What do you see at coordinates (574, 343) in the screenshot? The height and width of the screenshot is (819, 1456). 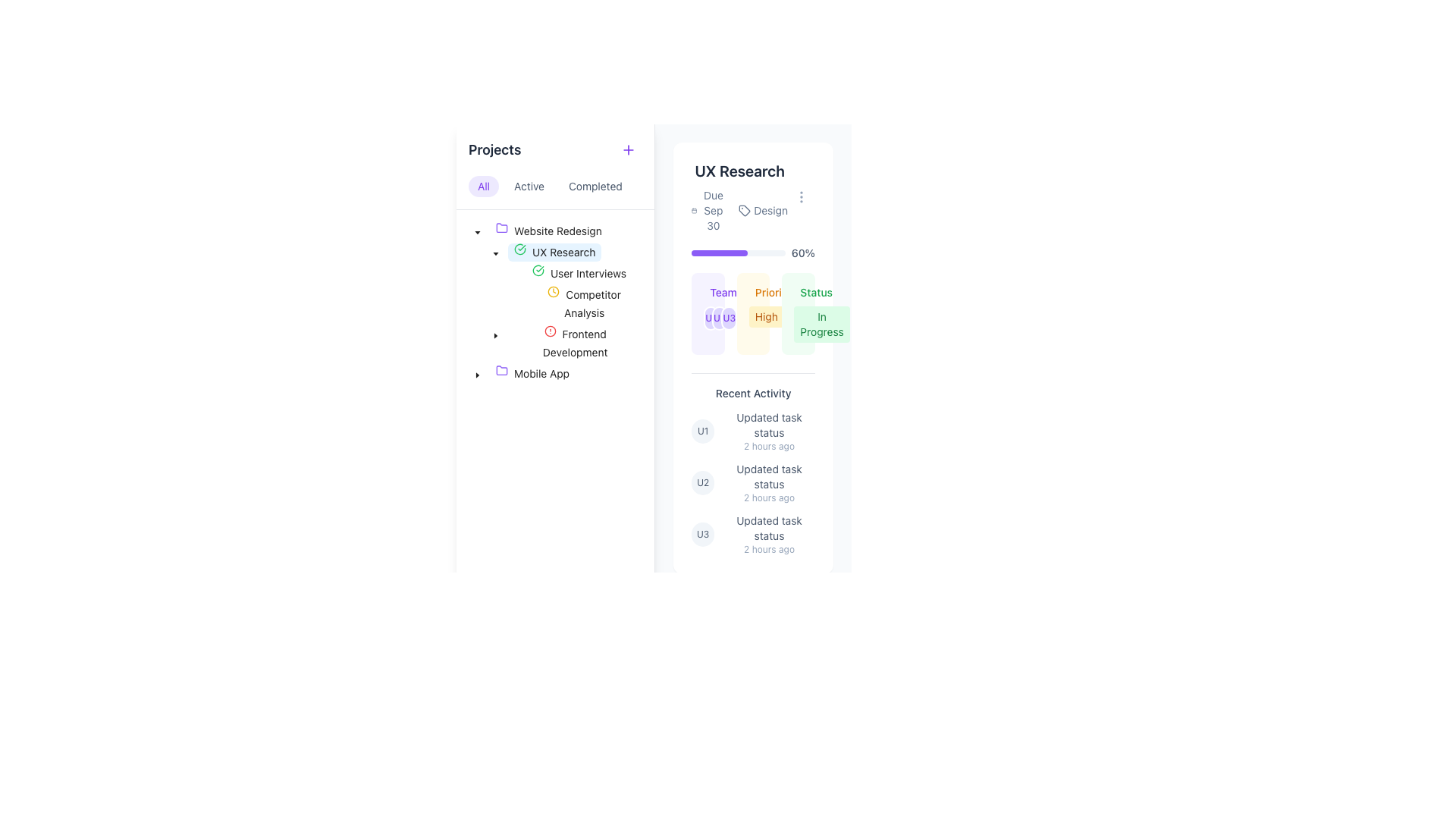 I see `the 'Frontend Development' tree node label` at bounding box center [574, 343].